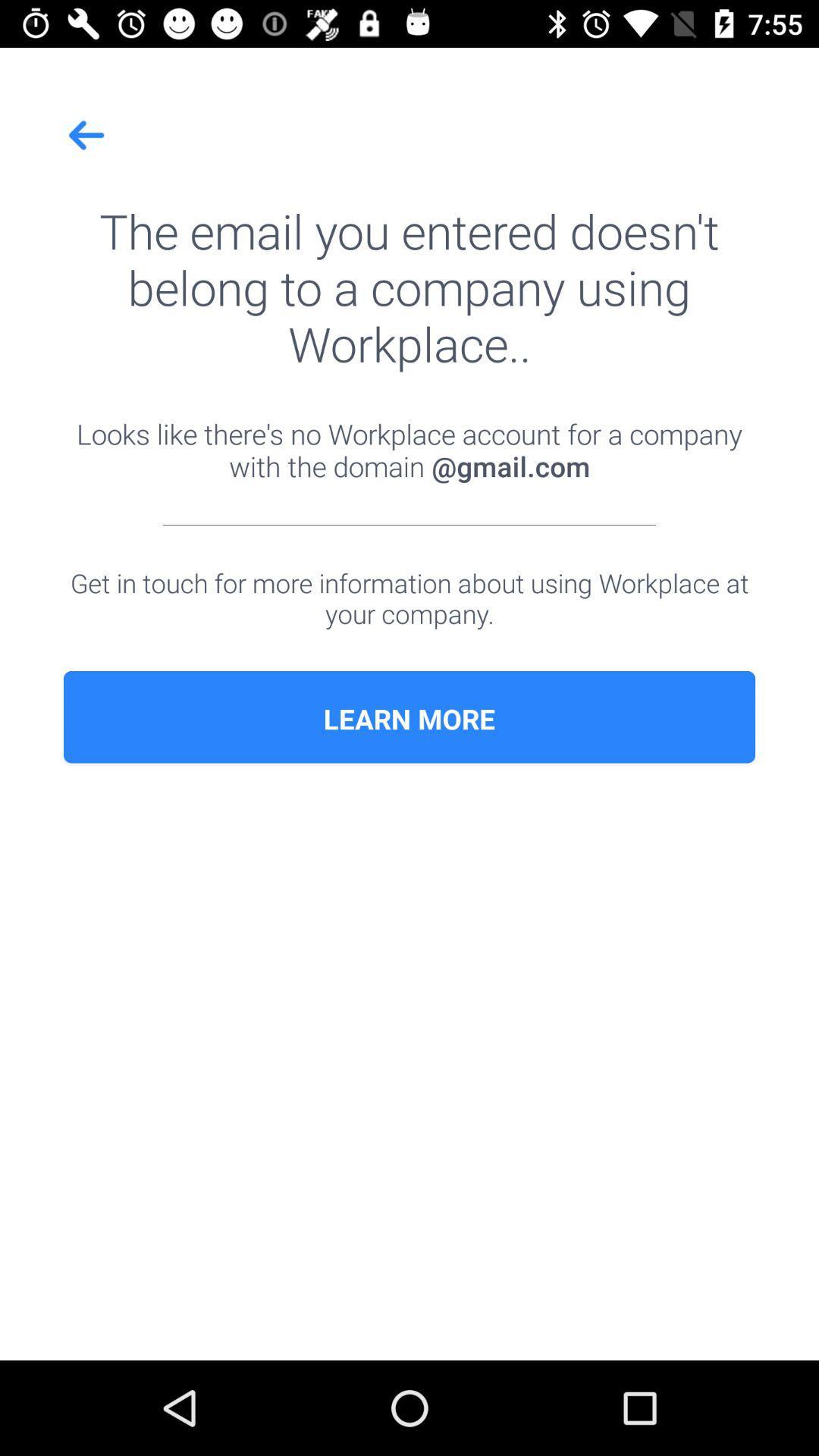 This screenshot has height=1456, width=819. I want to click on item below the get in touch, so click(409, 718).